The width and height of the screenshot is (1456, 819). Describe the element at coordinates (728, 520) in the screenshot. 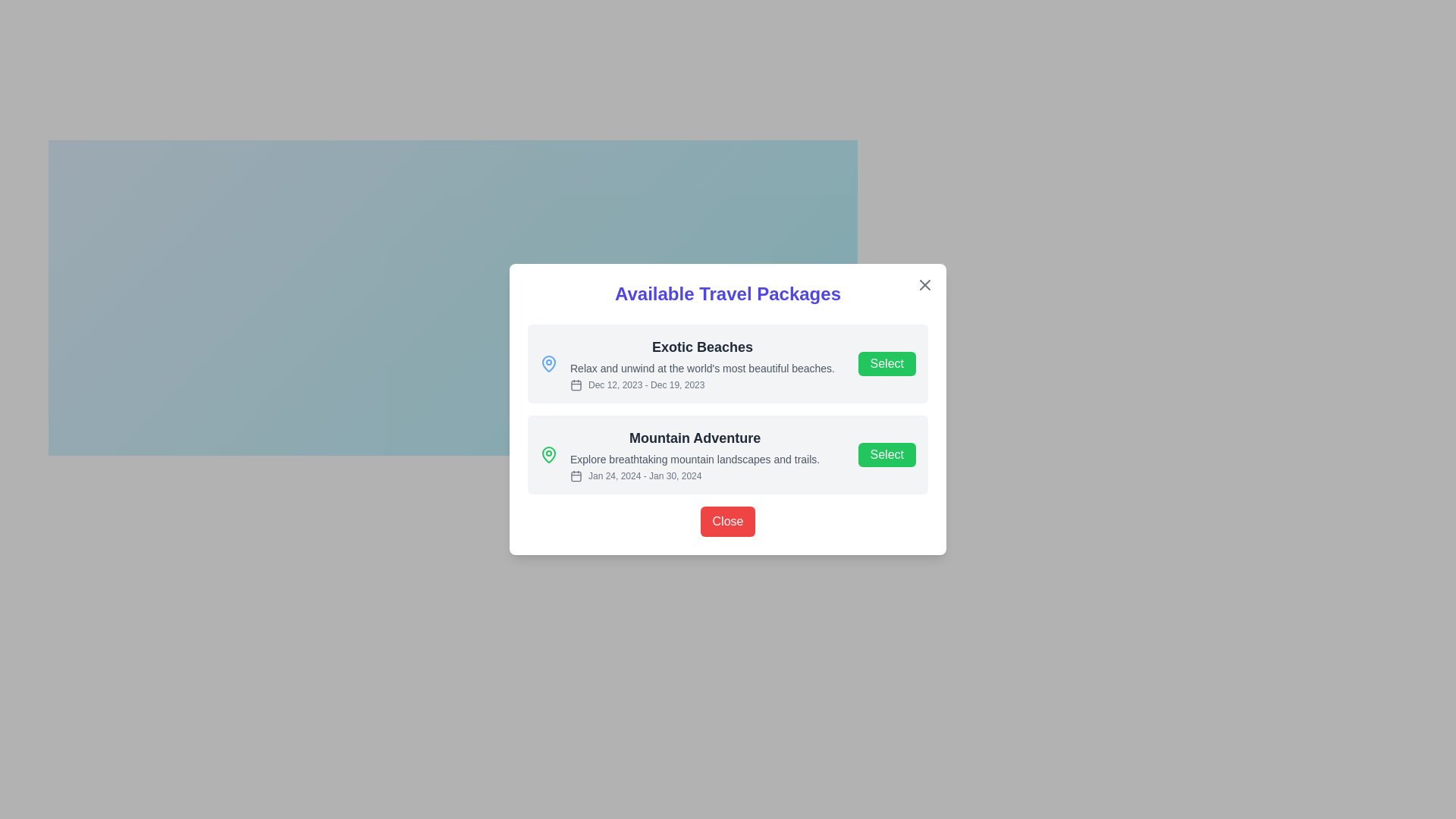

I see `the 'Close' button with a red background and rounded corners` at that location.